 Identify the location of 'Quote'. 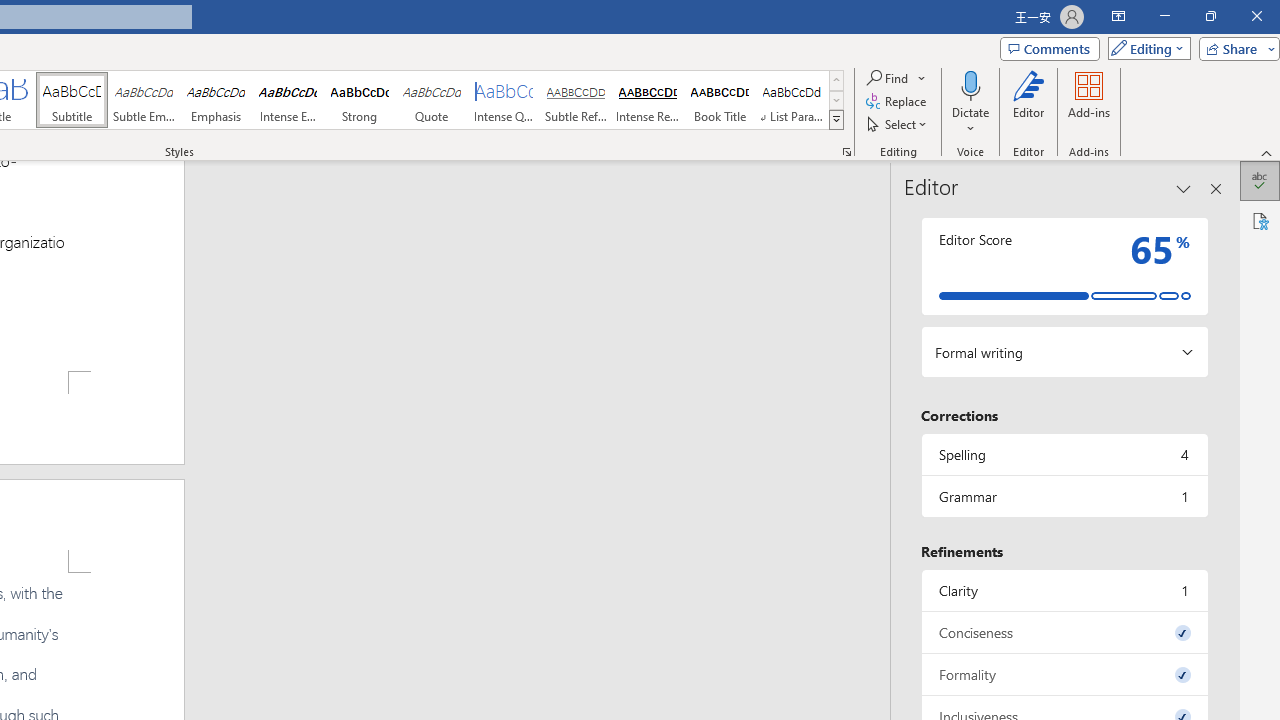
(431, 100).